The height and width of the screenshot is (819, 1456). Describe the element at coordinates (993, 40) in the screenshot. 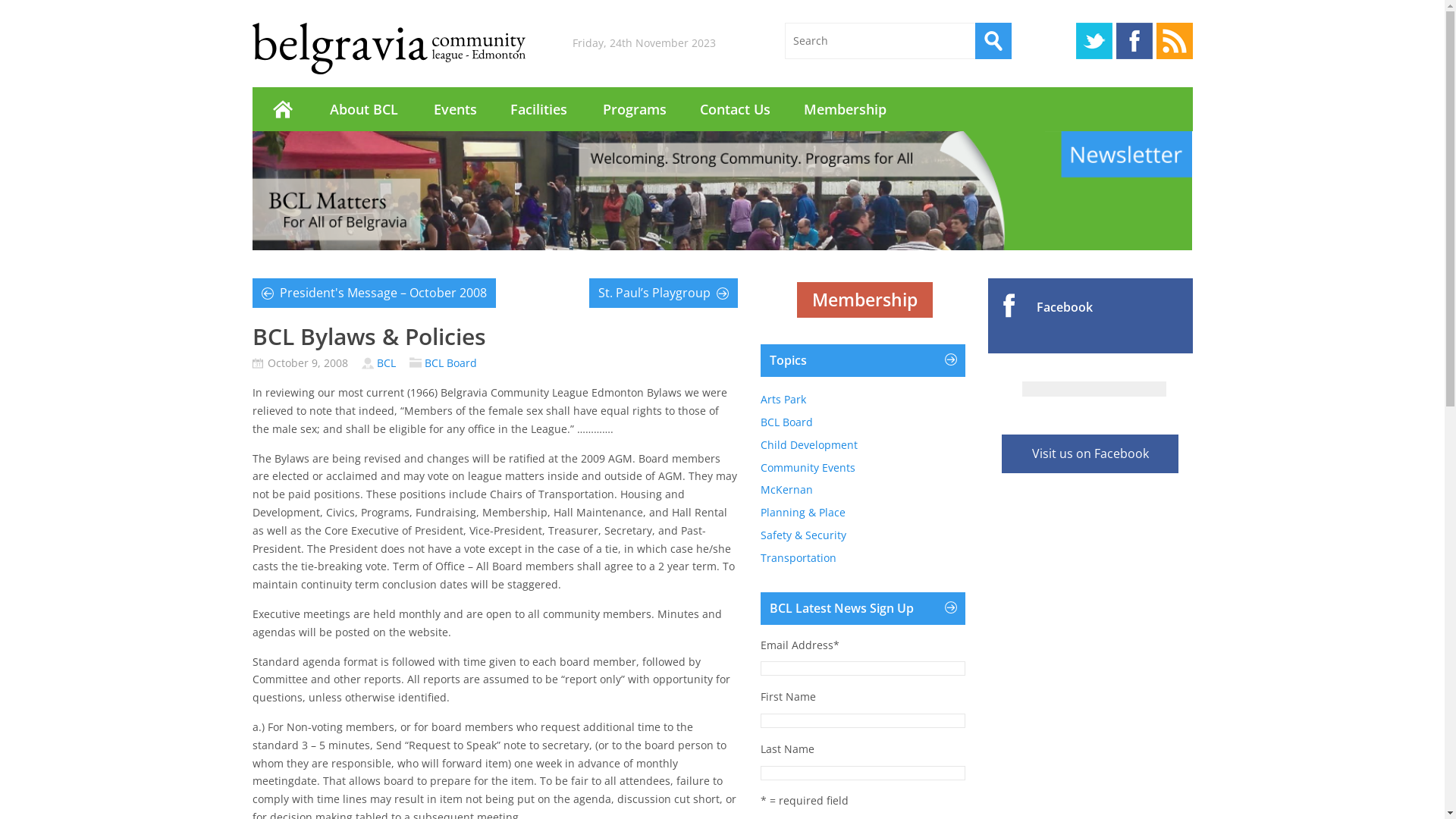

I see `'Search'` at that location.